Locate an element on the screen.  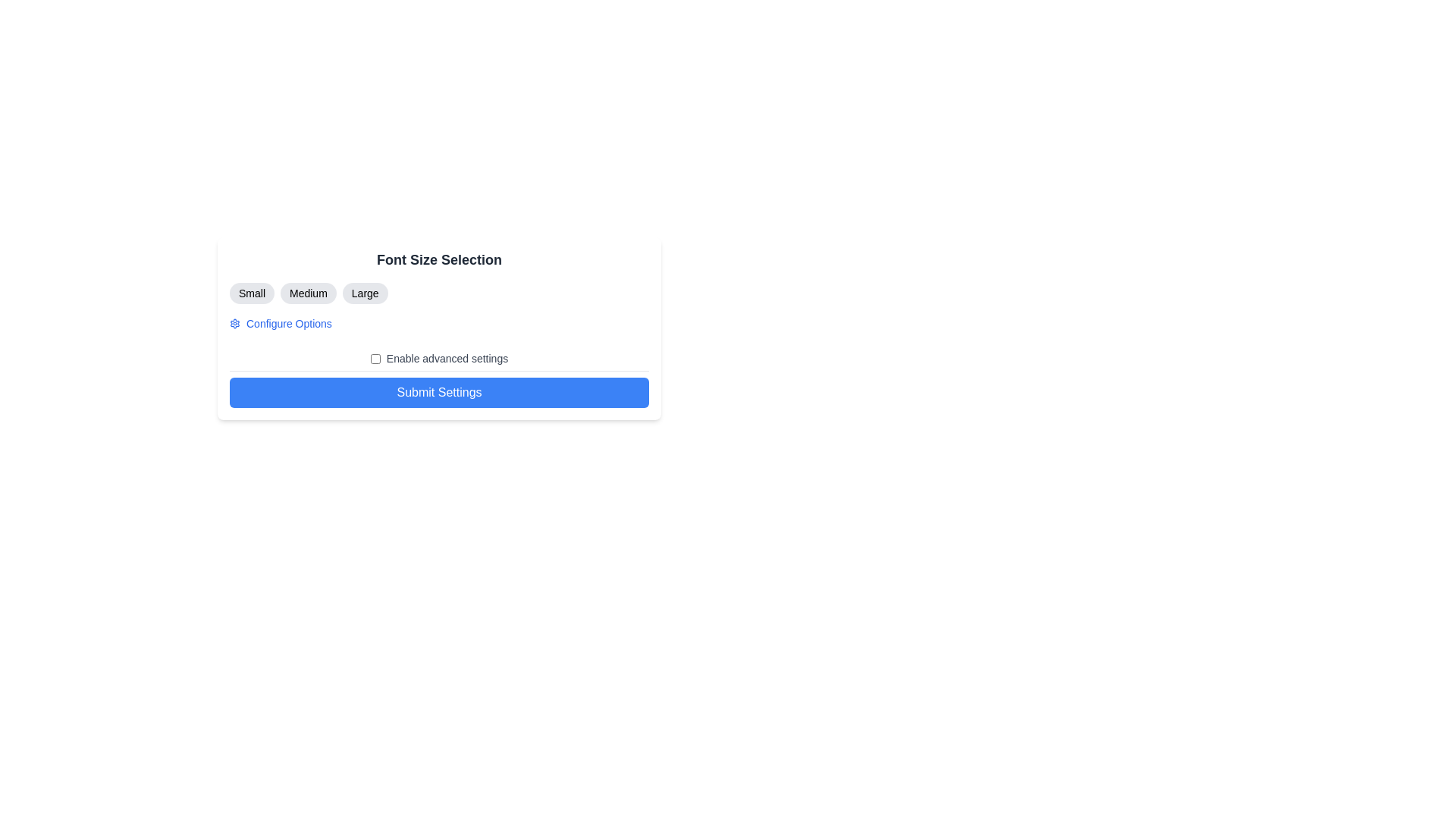
the checkbox that allows the user to toggle the enabling of advanced settings, positioned below the 'Configure Options' text link and above the 'Submit Settings' button is located at coordinates (438, 359).